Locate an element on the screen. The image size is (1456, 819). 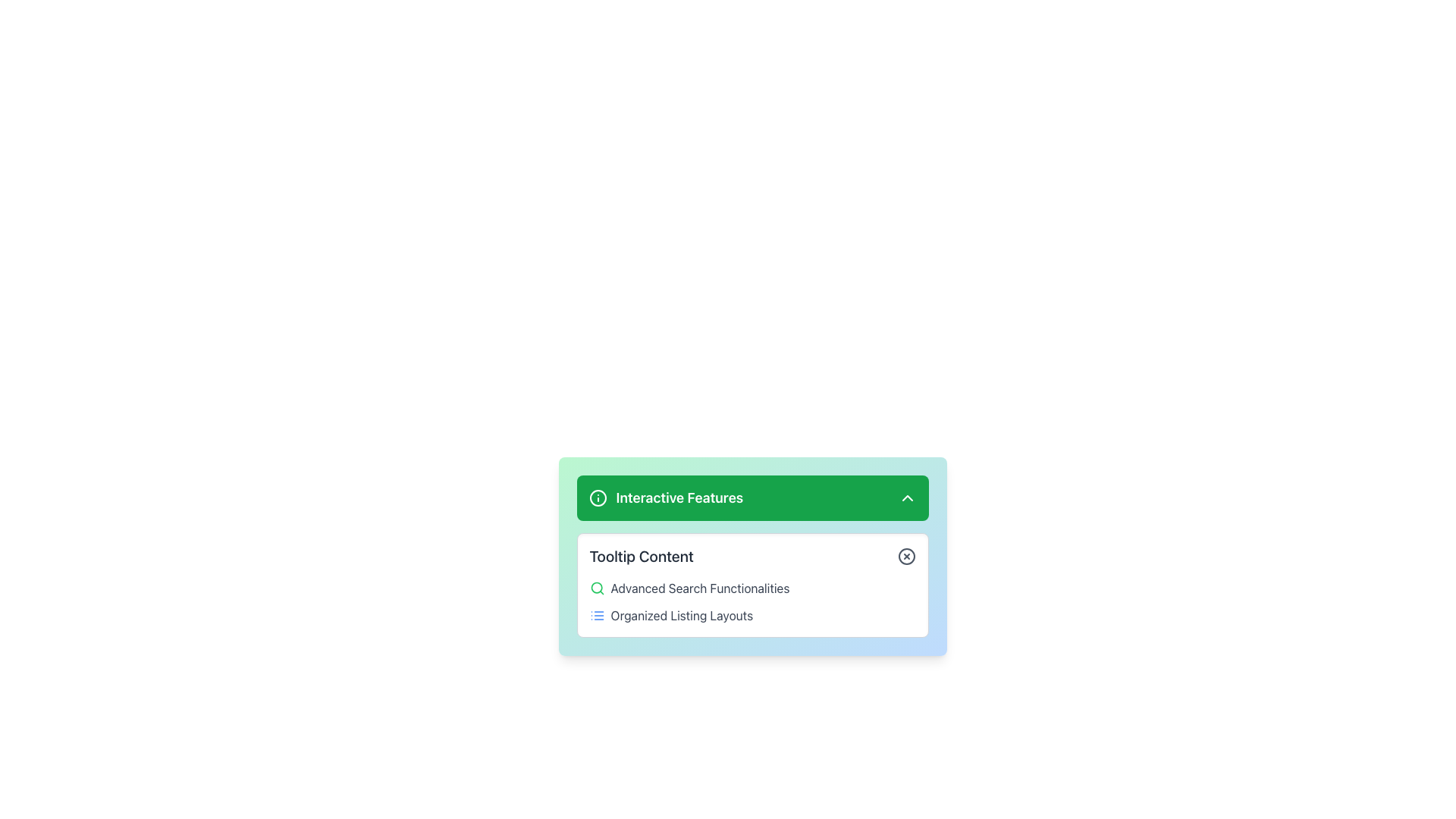
the text label displaying 'Organized Listing Layouts' in gray, located in the 'Tooltip Content' section under 'Interactive Features' is located at coordinates (681, 616).